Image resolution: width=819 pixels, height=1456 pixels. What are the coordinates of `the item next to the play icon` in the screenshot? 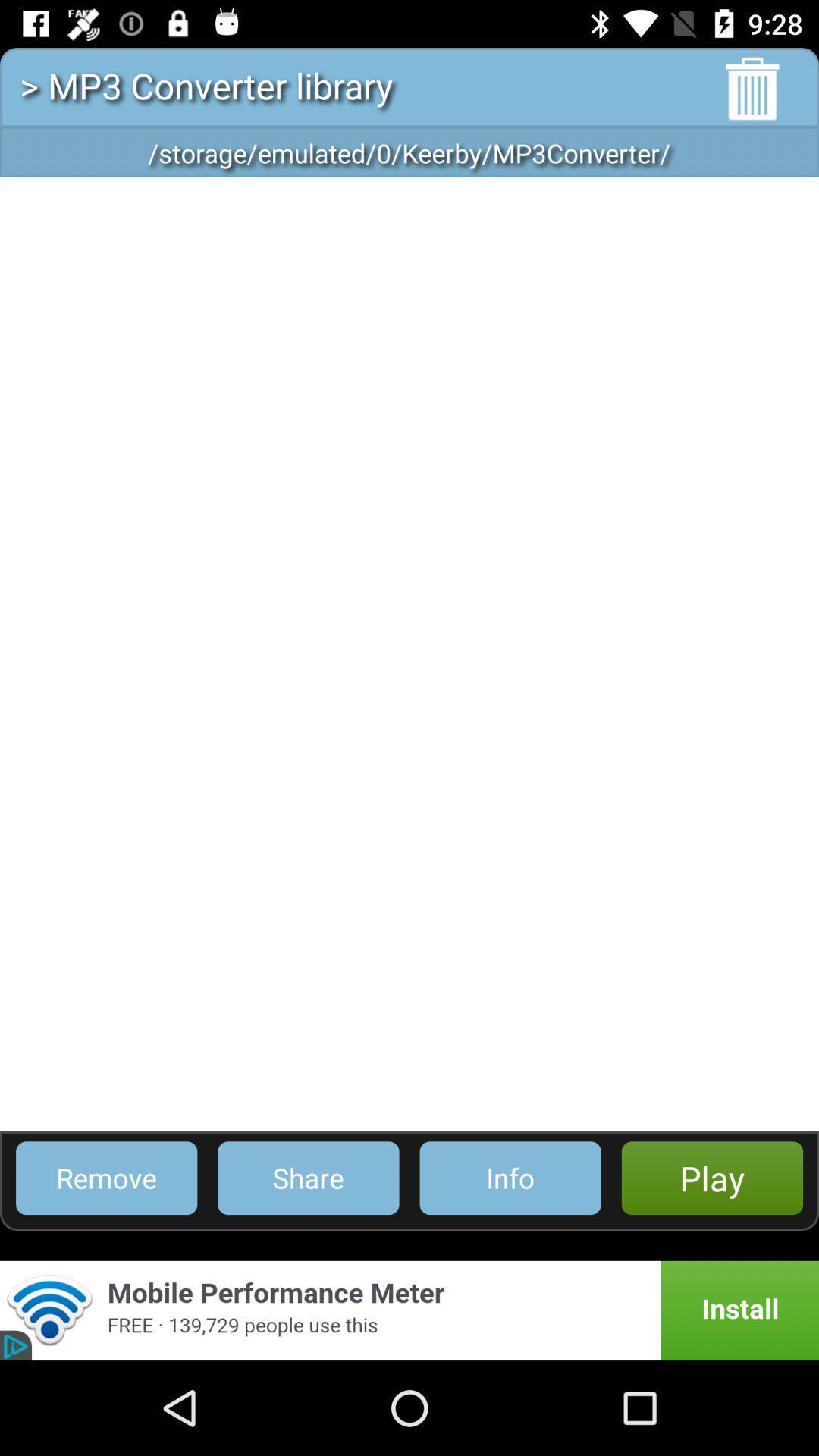 It's located at (510, 1177).